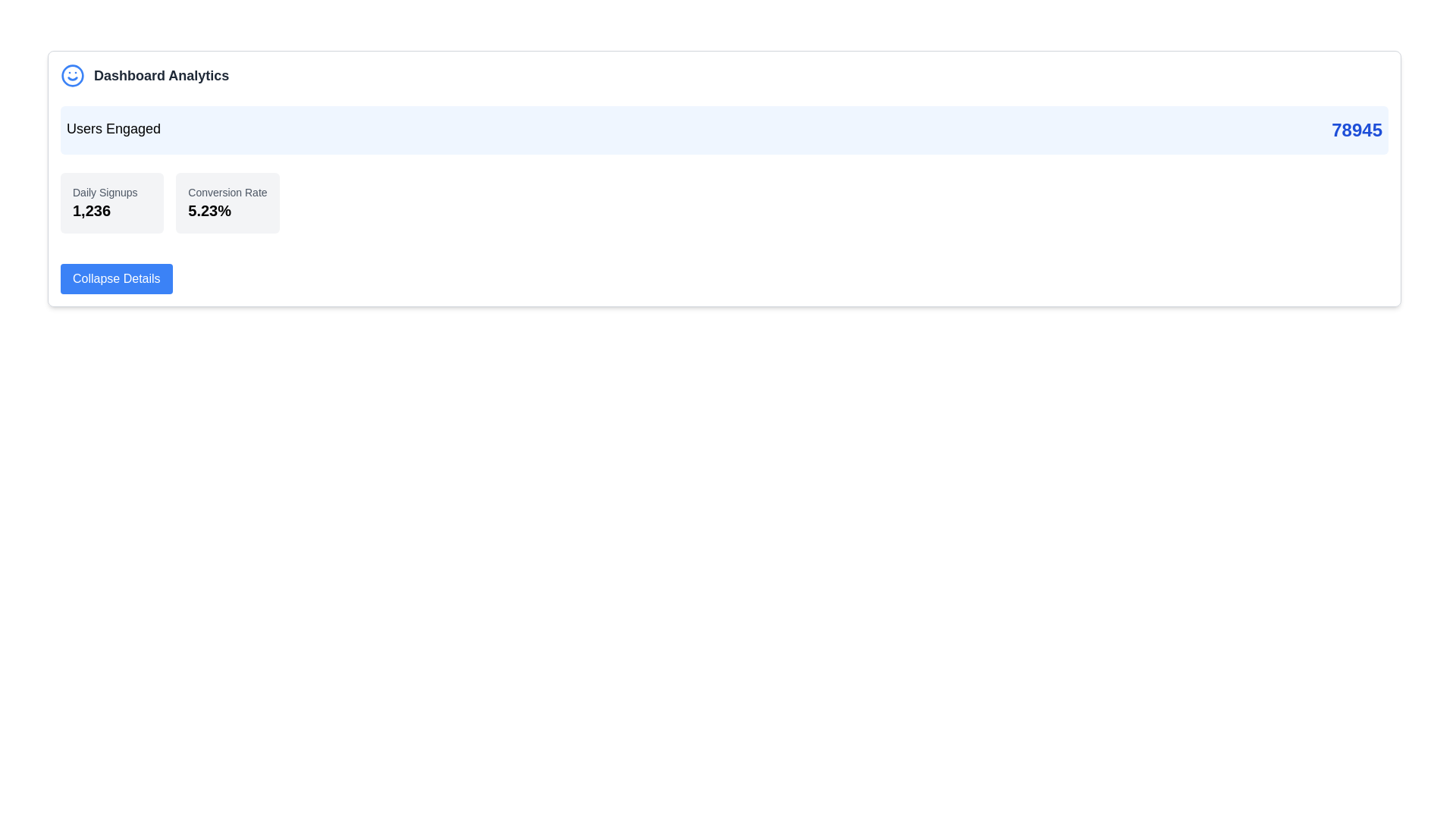  Describe the element at coordinates (723, 130) in the screenshot. I see `the 'Users Engaged' informational display panel located in the 'Dashboard Analytics' section of the interface` at that location.